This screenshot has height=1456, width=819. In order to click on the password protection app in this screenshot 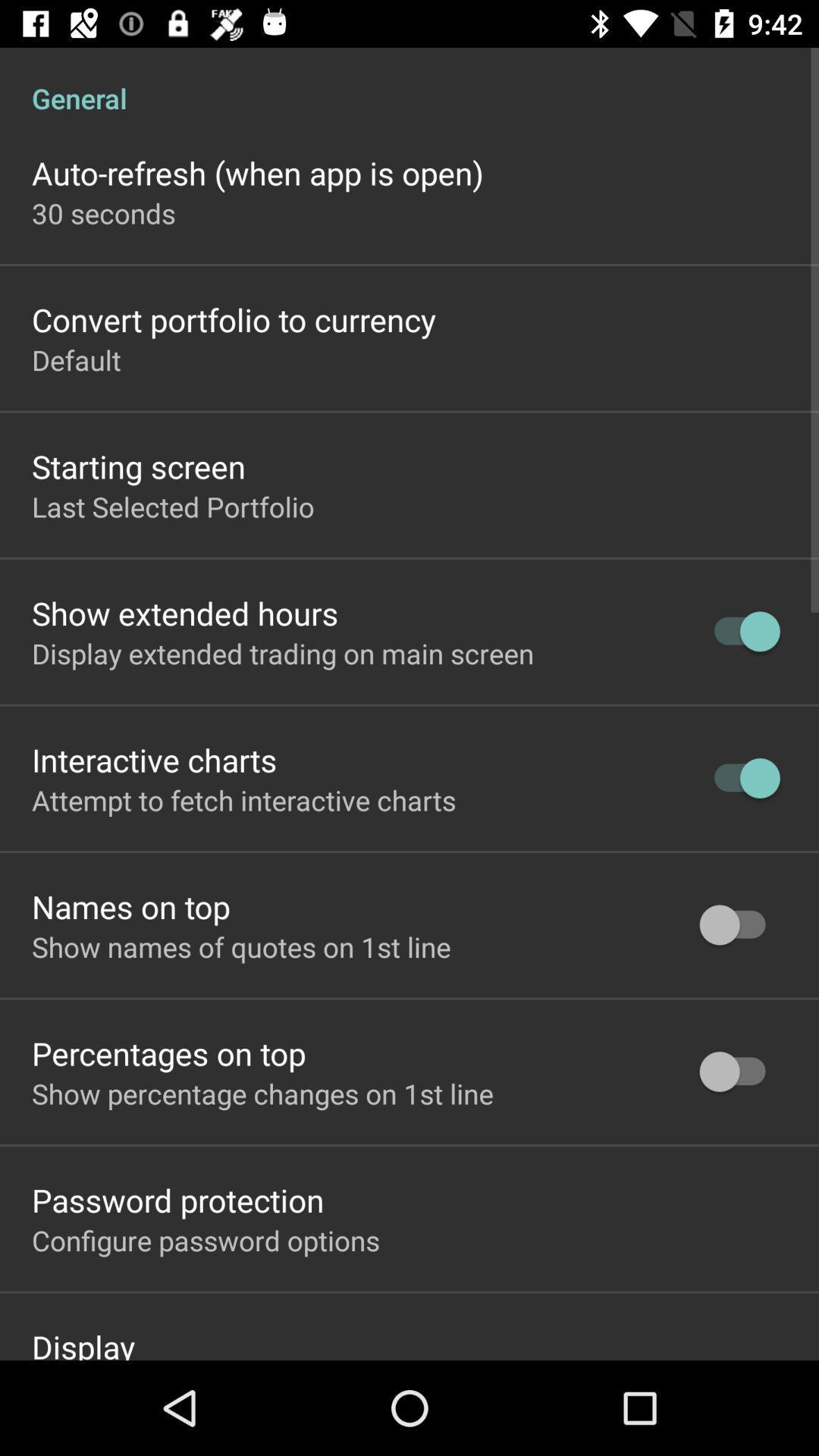, I will do `click(177, 1199)`.